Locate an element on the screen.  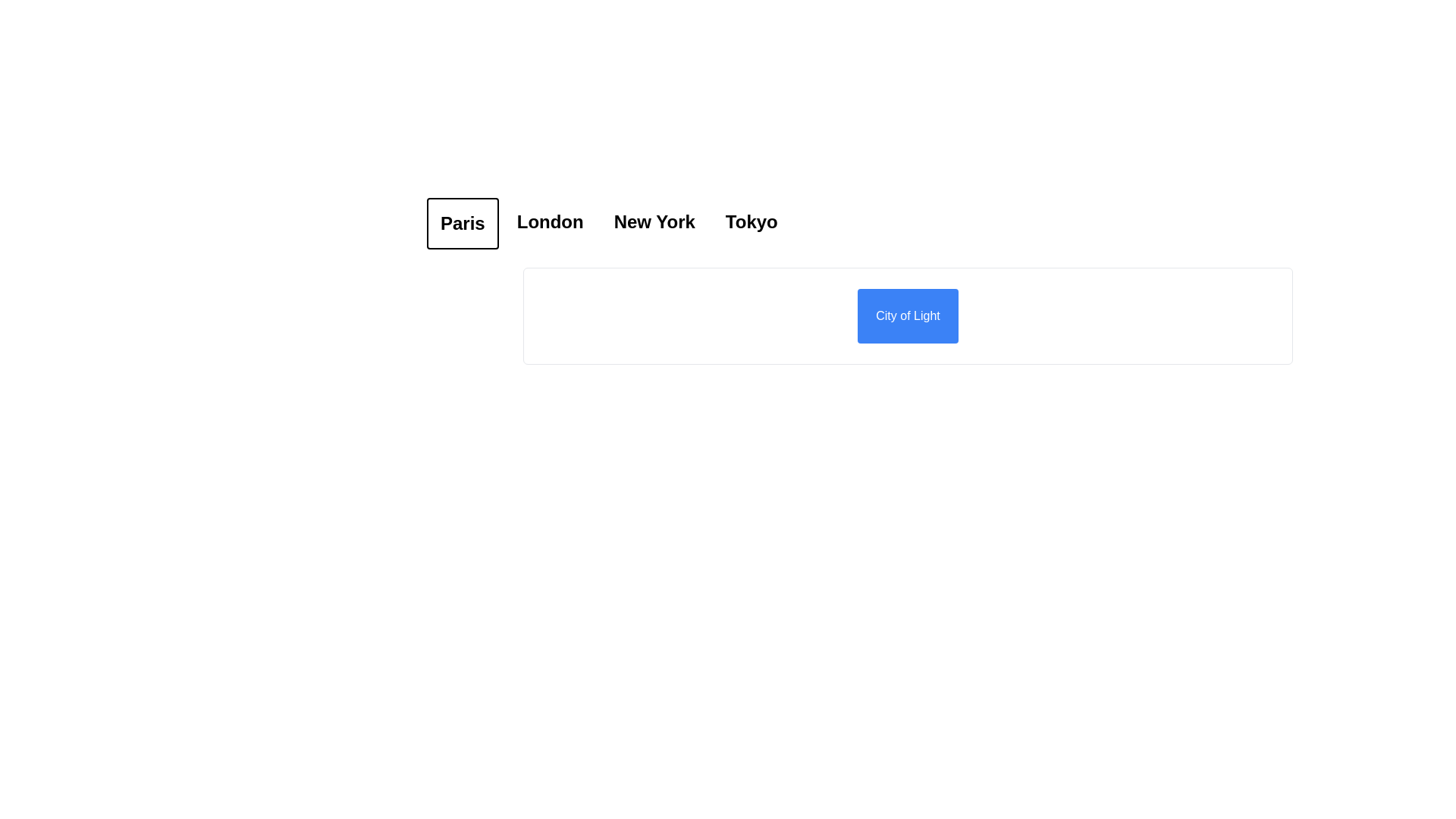
the 'London' button is located at coordinates (549, 223).